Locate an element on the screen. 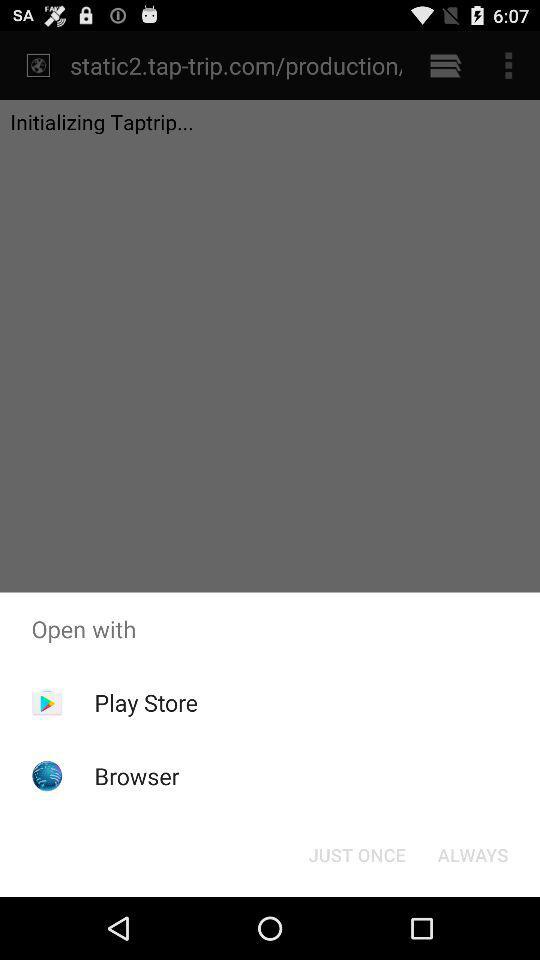 The image size is (540, 960). the play store is located at coordinates (145, 702).